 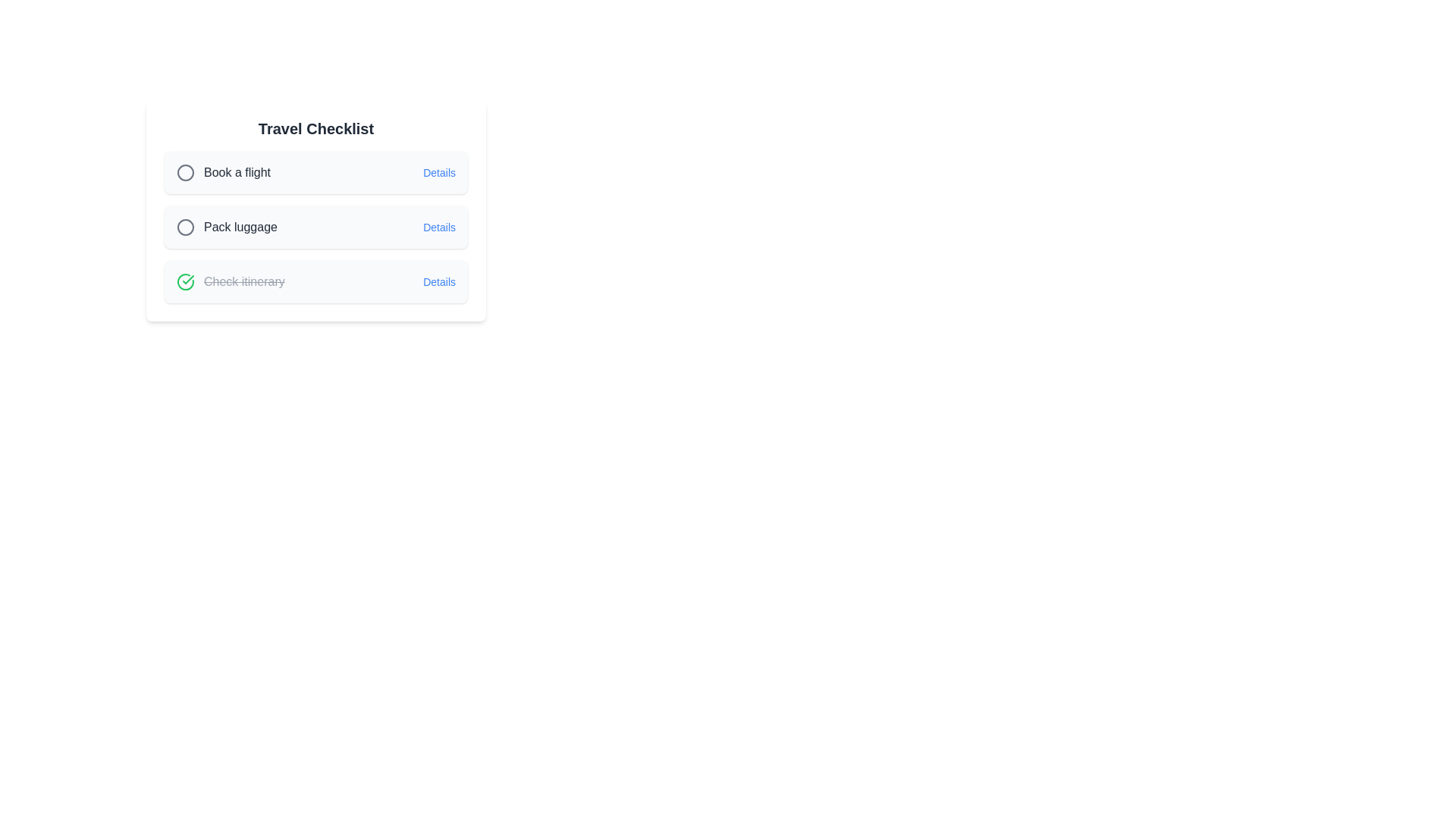 I want to click on the middle item in the travel checklist, which is a rectangular section with a white background and rounded corners, positioned between 'Book a flight' and 'Check itinerary', so click(x=315, y=214).